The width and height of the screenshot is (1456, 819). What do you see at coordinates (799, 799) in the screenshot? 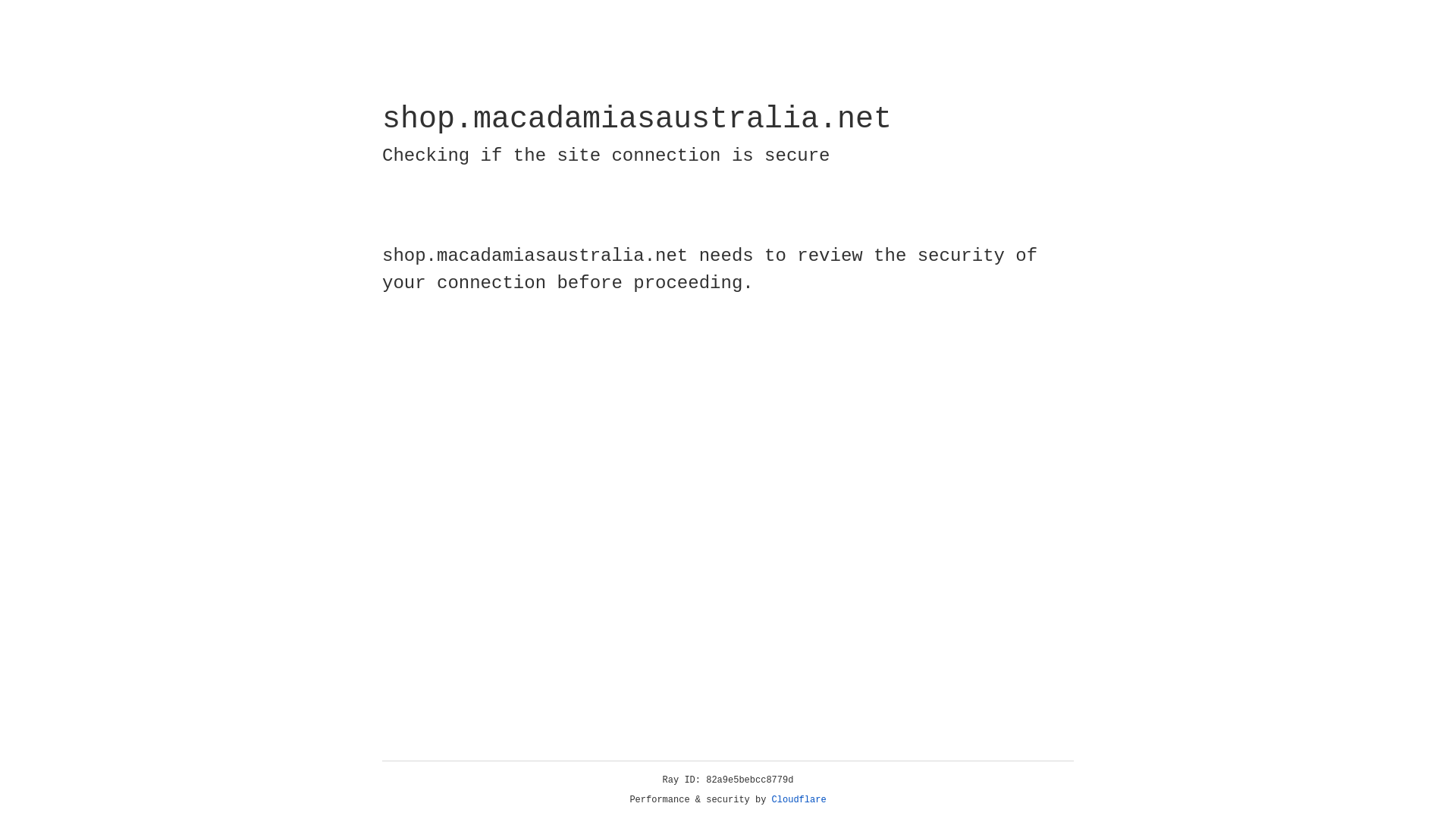
I see `'Cloudflare'` at bounding box center [799, 799].